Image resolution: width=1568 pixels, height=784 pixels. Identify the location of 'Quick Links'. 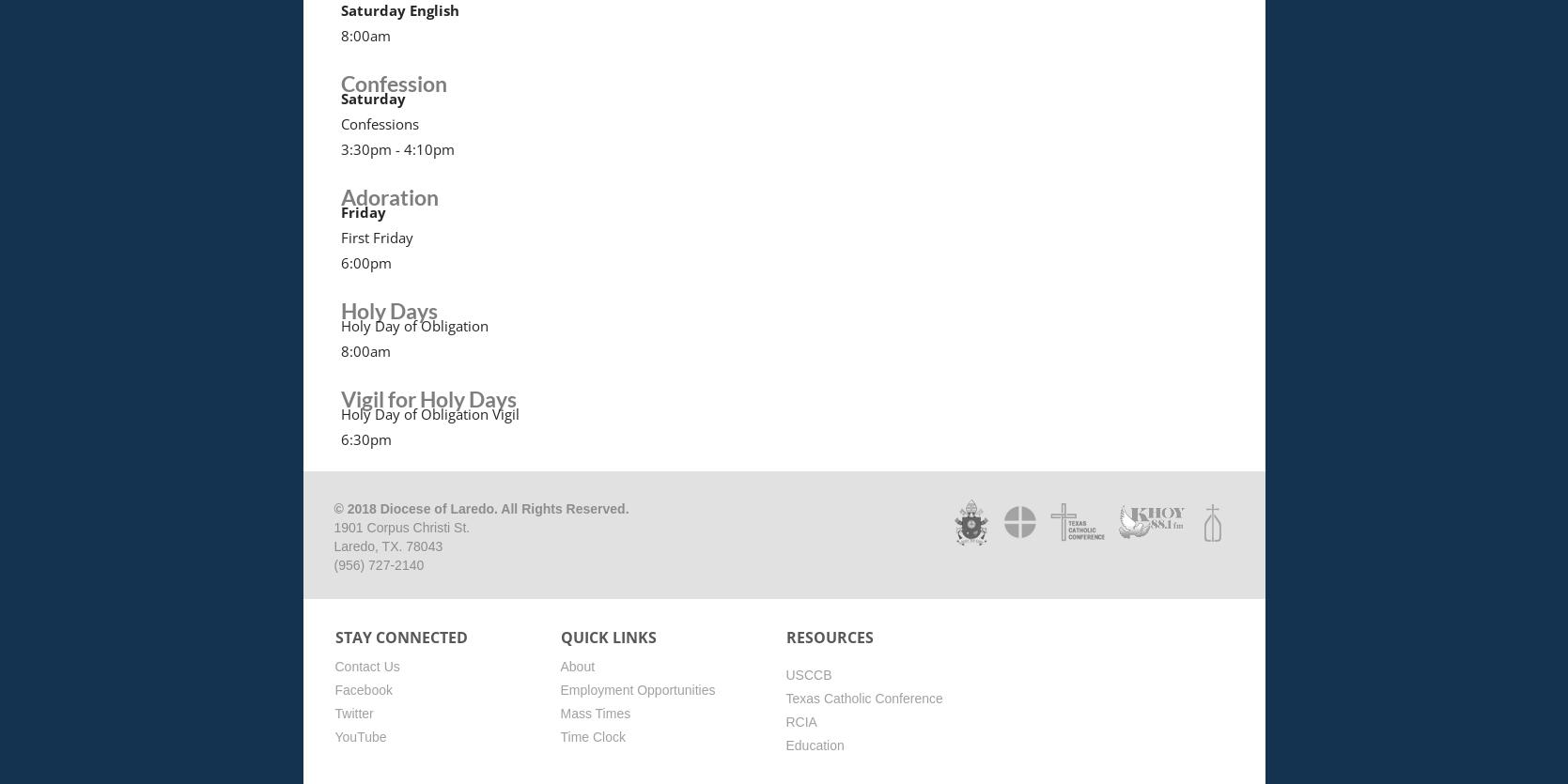
(558, 637).